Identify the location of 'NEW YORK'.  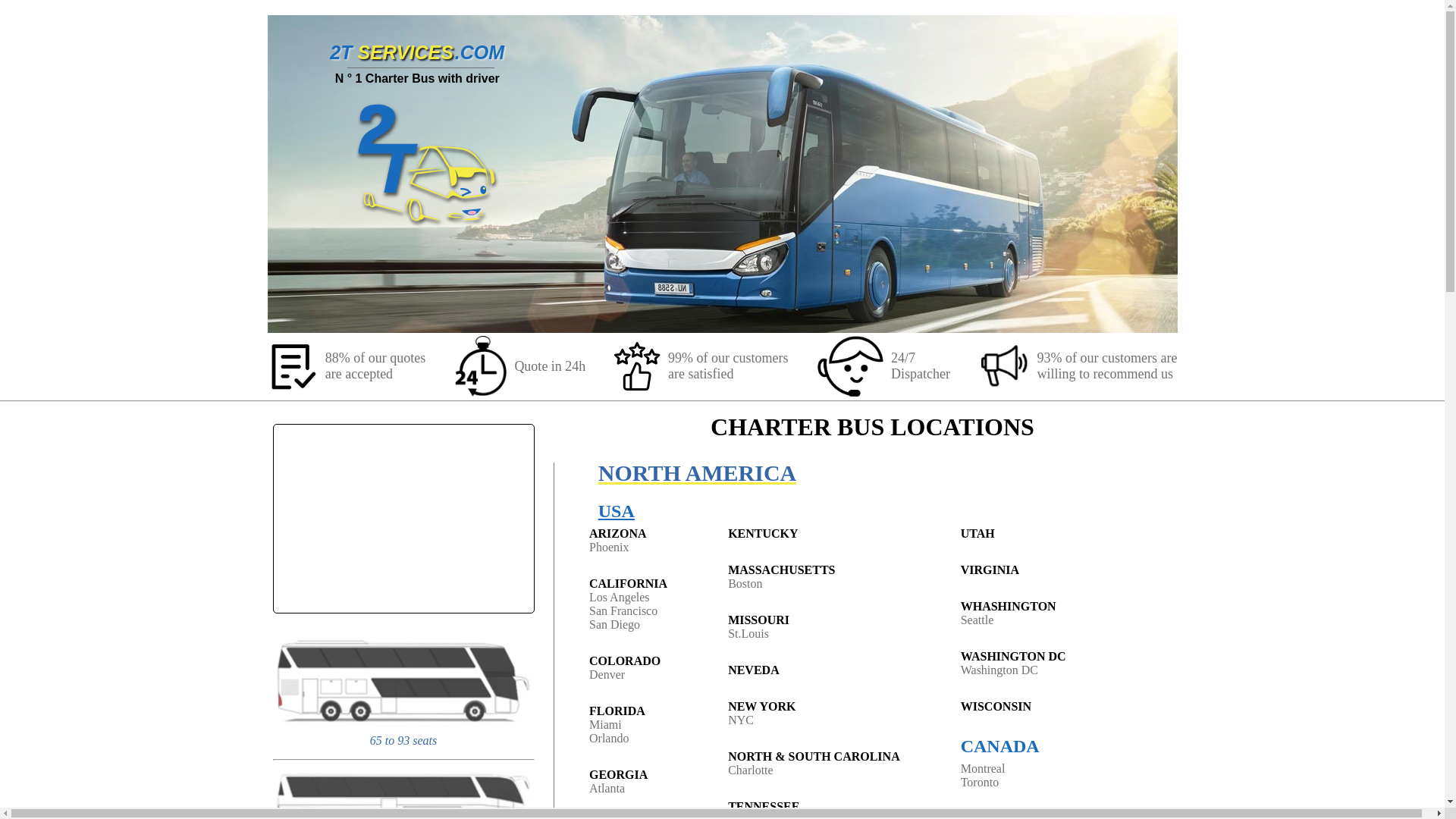
(761, 706).